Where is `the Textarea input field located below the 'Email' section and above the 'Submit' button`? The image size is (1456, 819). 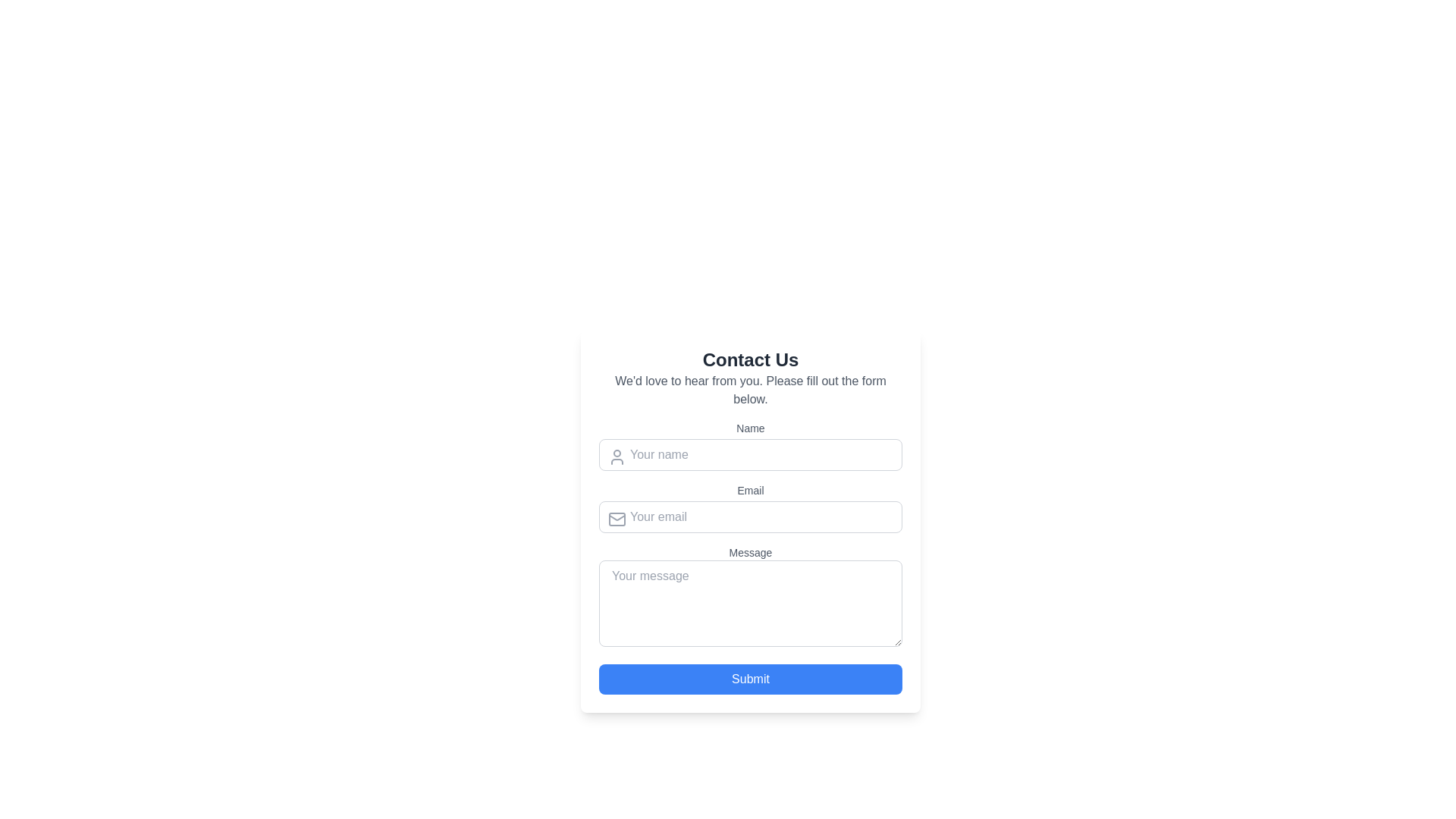 the Textarea input field located below the 'Email' section and above the 'Submit' button is located at coordinates (750, 598).